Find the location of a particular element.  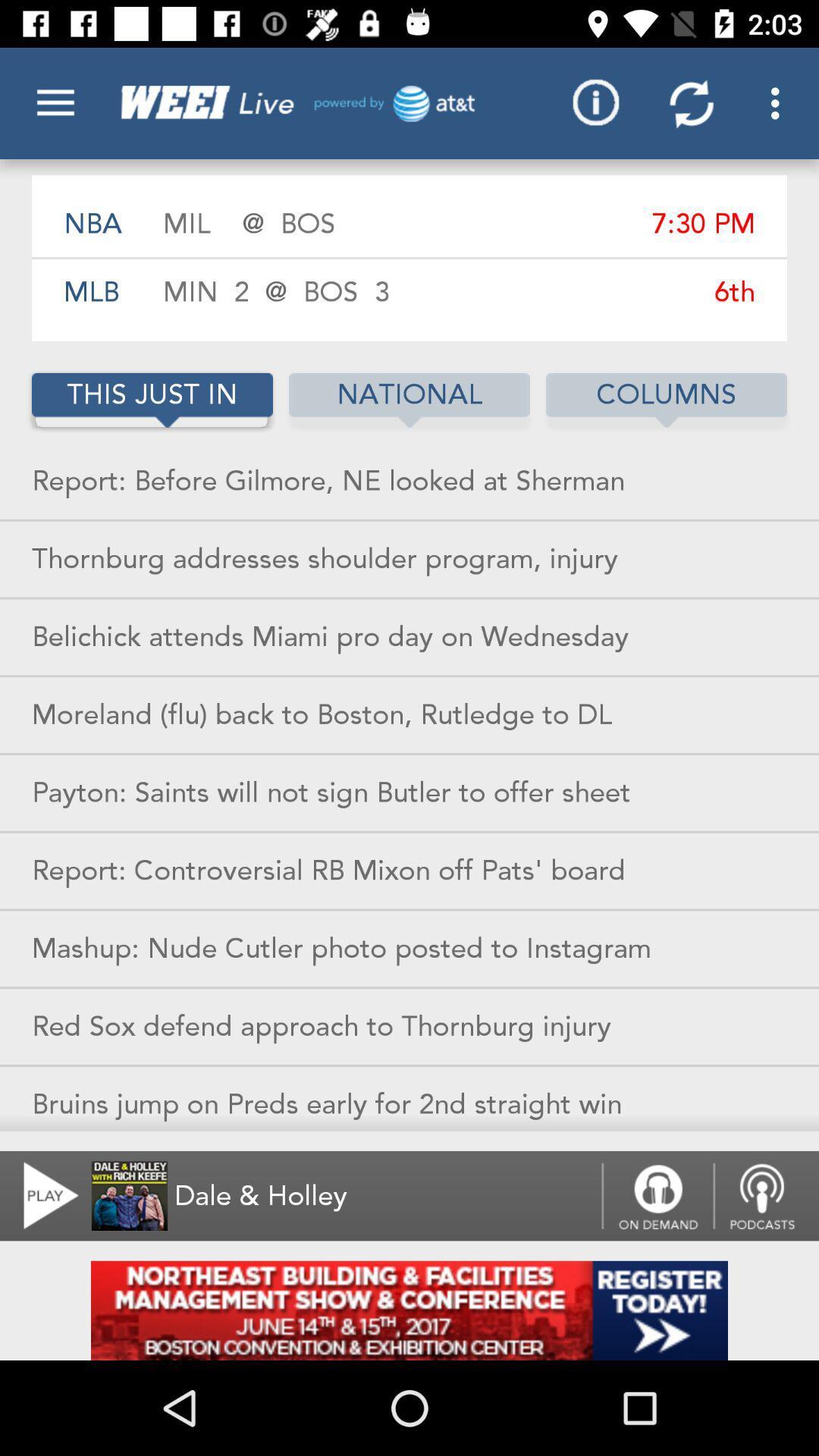

podcasts button which is at bottom of the page is located at coordinates (766, 1195).